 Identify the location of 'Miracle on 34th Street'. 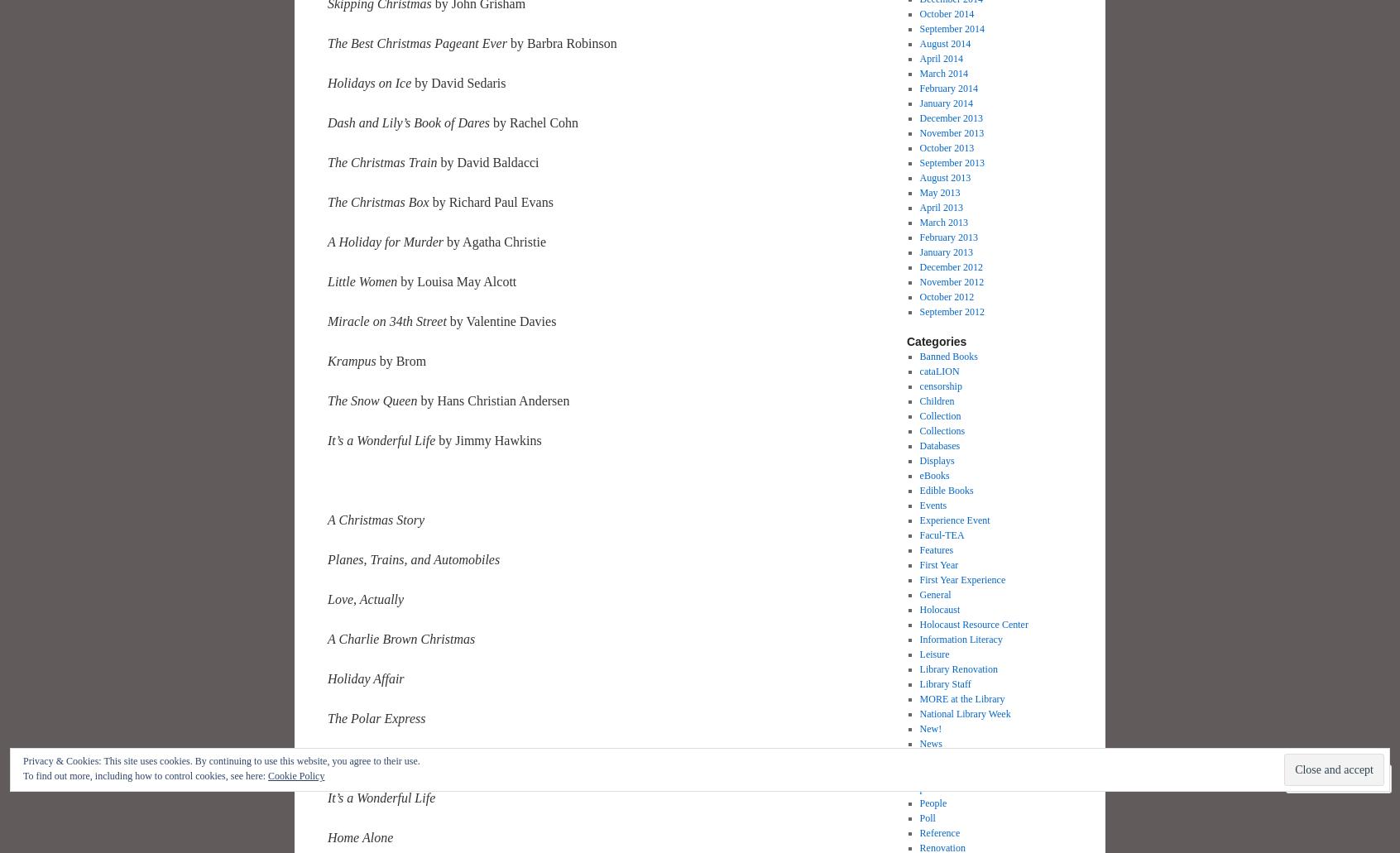
(386, 320).